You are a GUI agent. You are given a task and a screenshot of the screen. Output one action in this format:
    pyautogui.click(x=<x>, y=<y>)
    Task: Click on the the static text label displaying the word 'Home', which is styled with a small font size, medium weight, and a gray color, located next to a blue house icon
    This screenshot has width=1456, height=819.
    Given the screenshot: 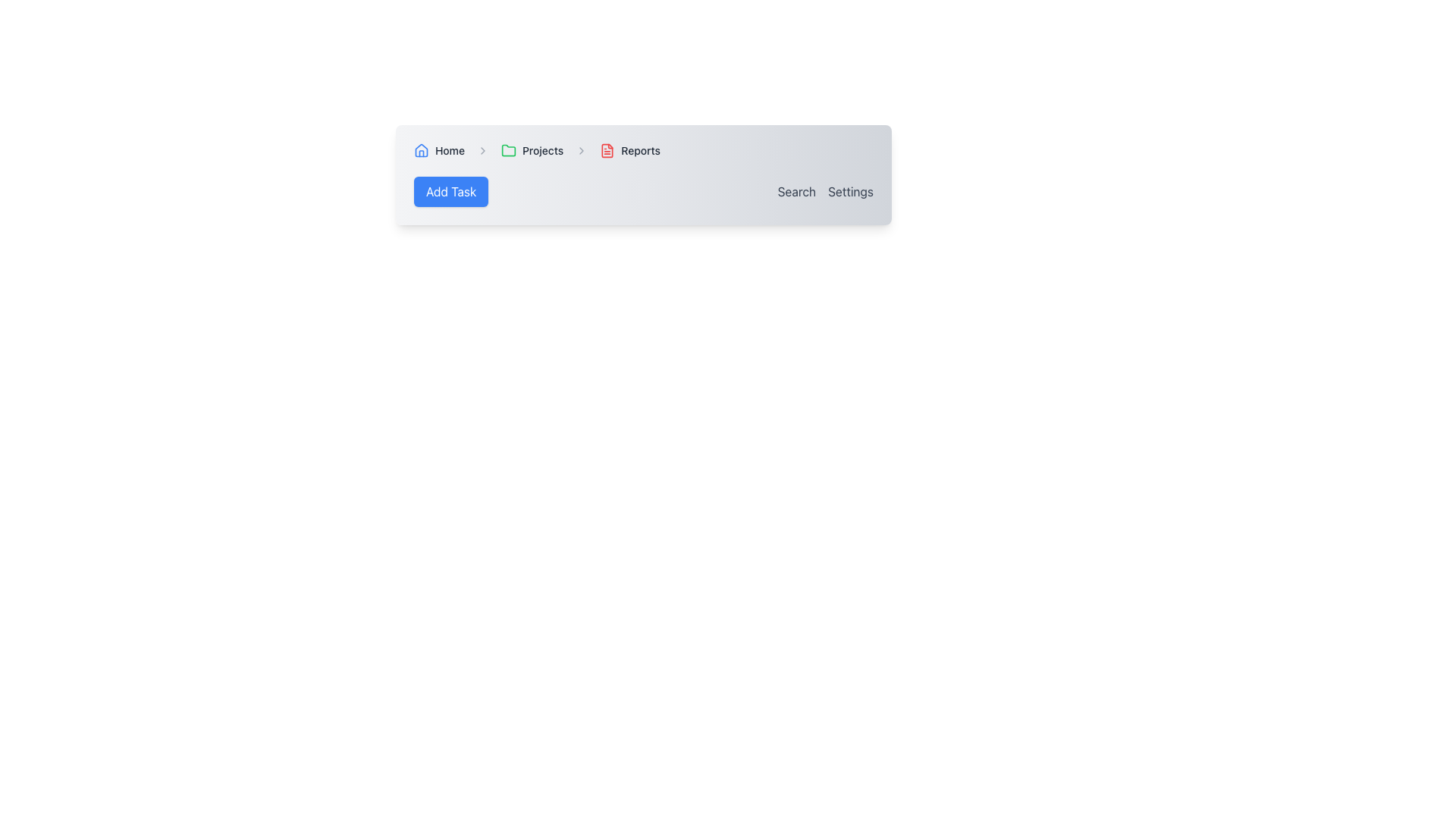 What is the action you would take?
    pyautogui.click(x=449, y=151)
    